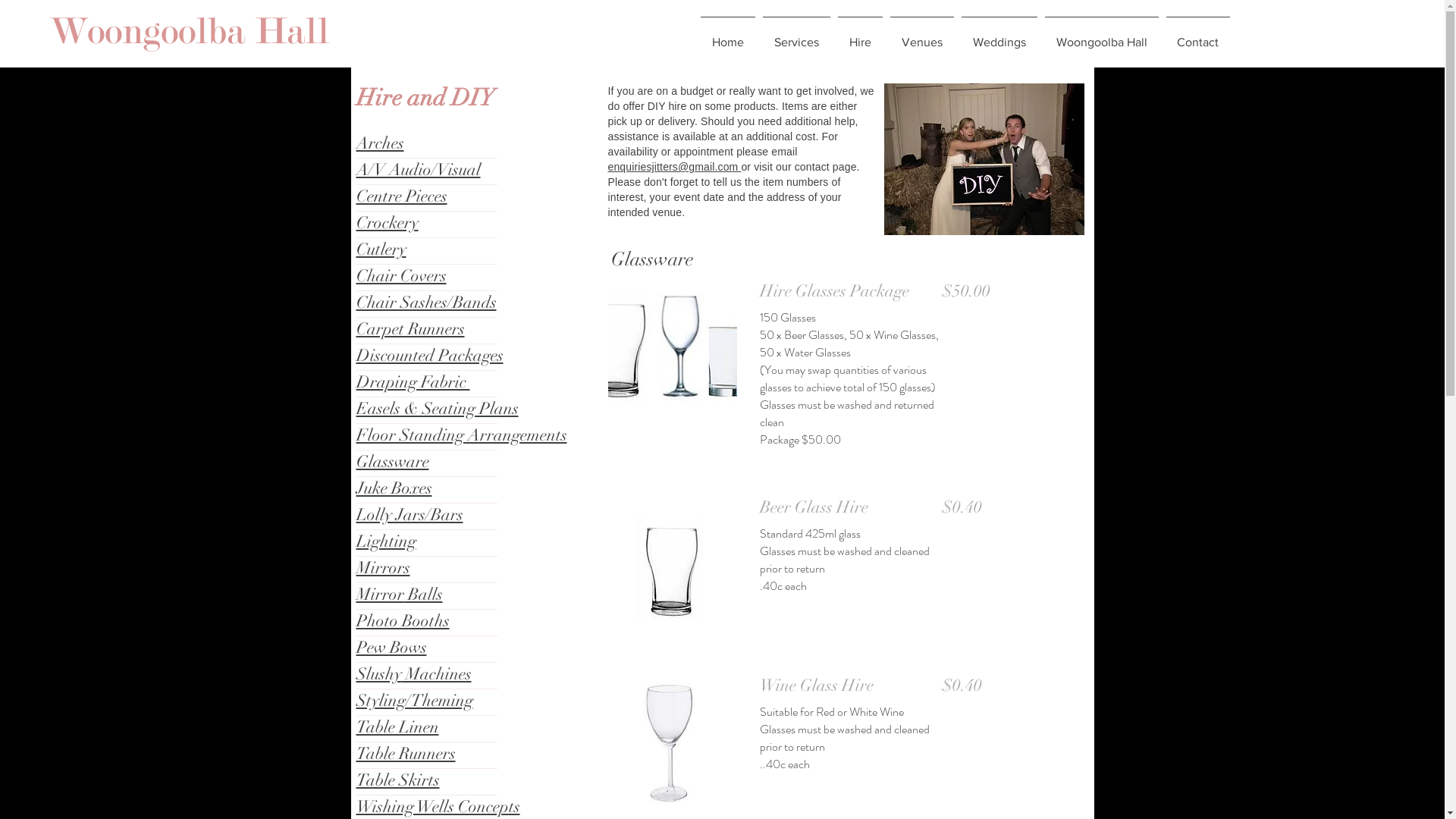  What do you see at coordinates (672, 345) in the screenshot?
I see `'Glass Package.jpg'` at bounding box center [672, 345].